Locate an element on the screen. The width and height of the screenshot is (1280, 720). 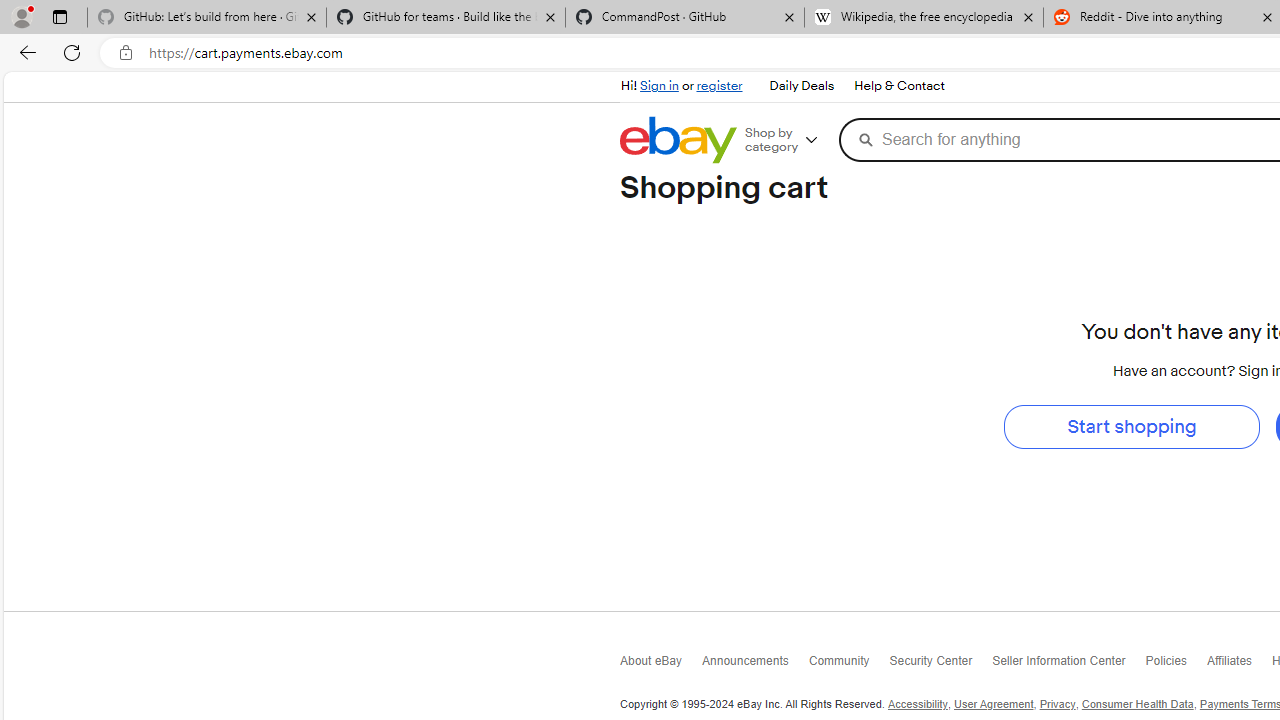
'Help & Contact' is located at coordinates (897, 85).